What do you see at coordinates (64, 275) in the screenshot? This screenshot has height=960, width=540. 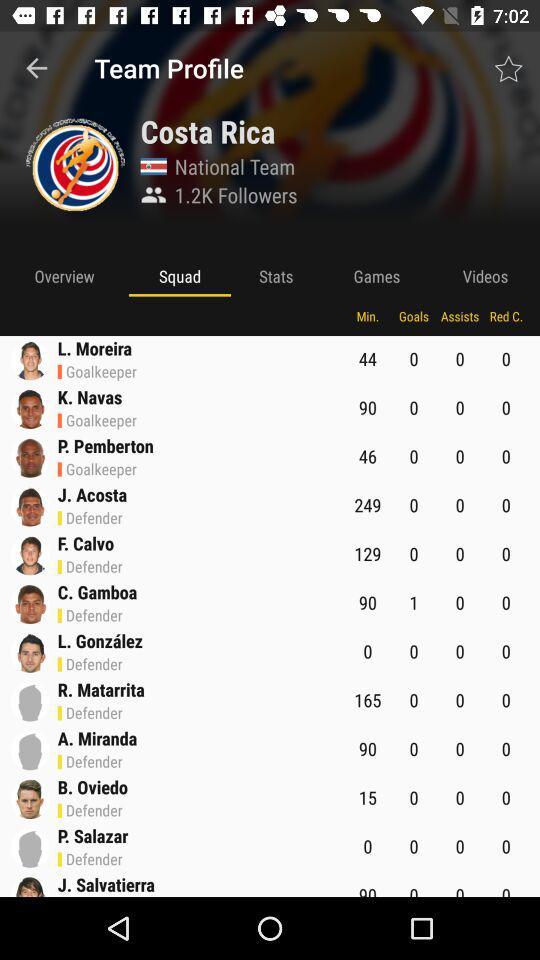 I see `the overview icon` at bounding box center [64, 275].